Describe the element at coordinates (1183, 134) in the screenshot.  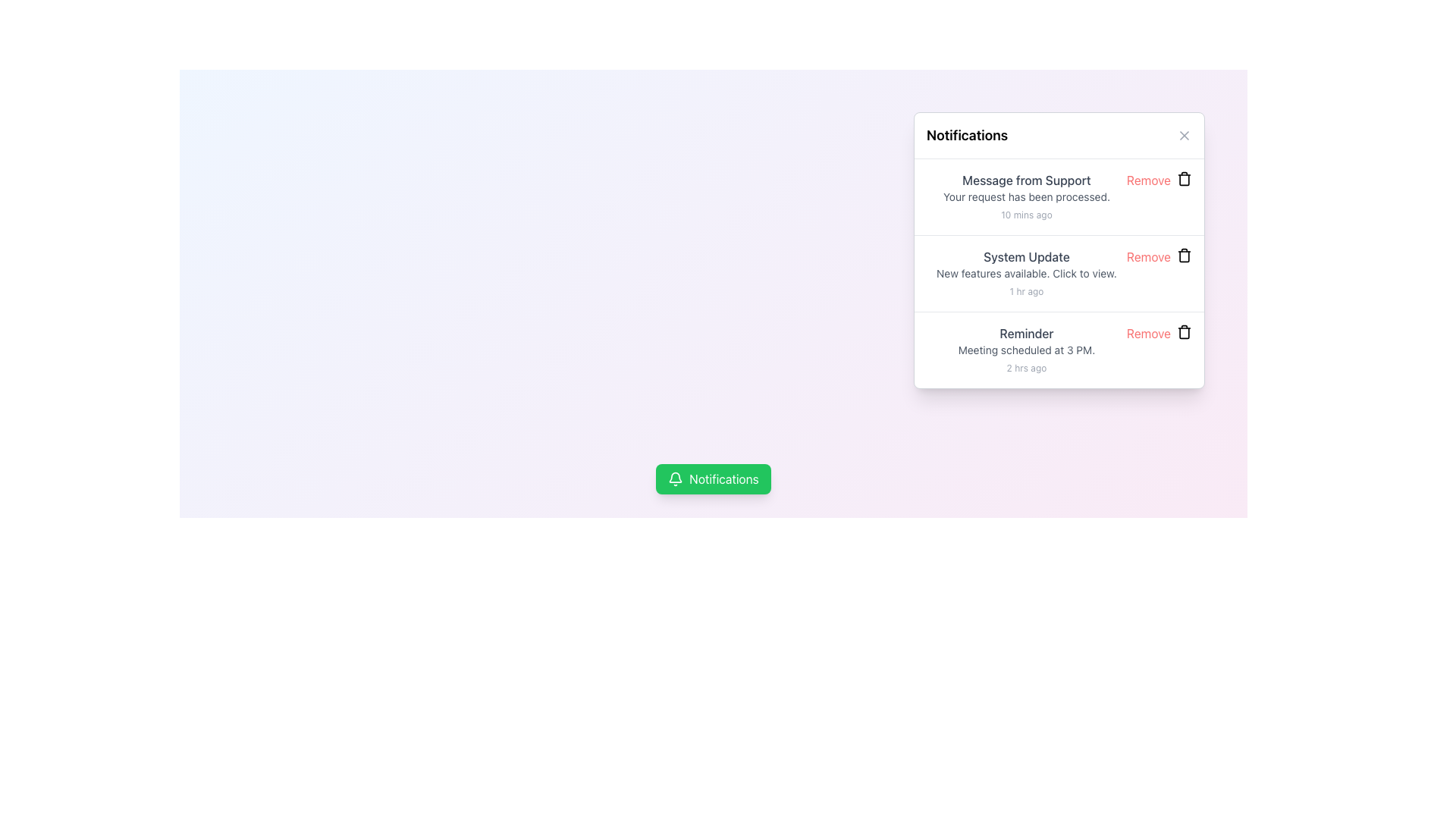
I see `the close button located at the far-right side of the 'Notifications' panel header` at that location.